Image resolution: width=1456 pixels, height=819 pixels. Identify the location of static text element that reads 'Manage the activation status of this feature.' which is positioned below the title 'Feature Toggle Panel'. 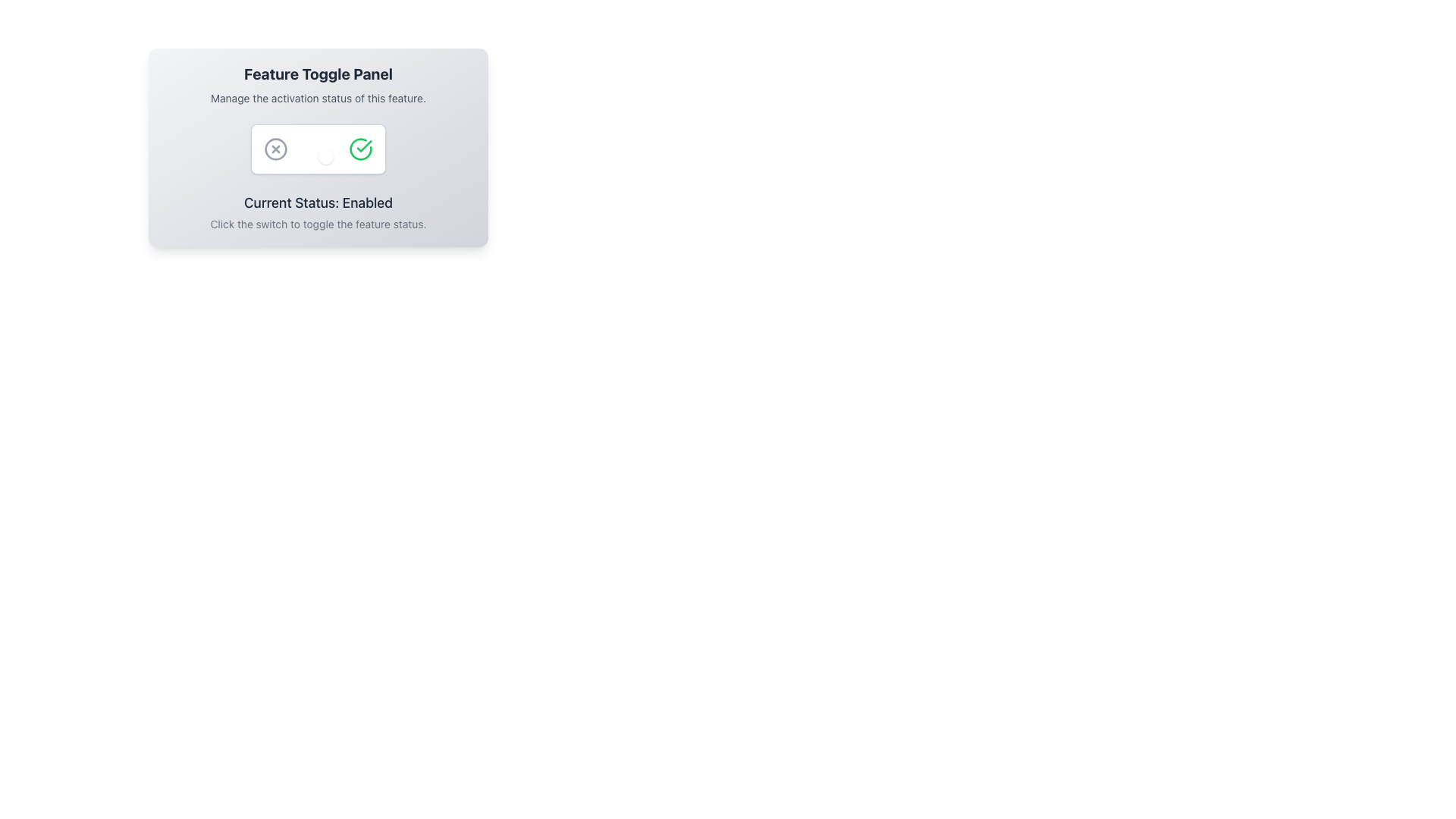
(317, 99).